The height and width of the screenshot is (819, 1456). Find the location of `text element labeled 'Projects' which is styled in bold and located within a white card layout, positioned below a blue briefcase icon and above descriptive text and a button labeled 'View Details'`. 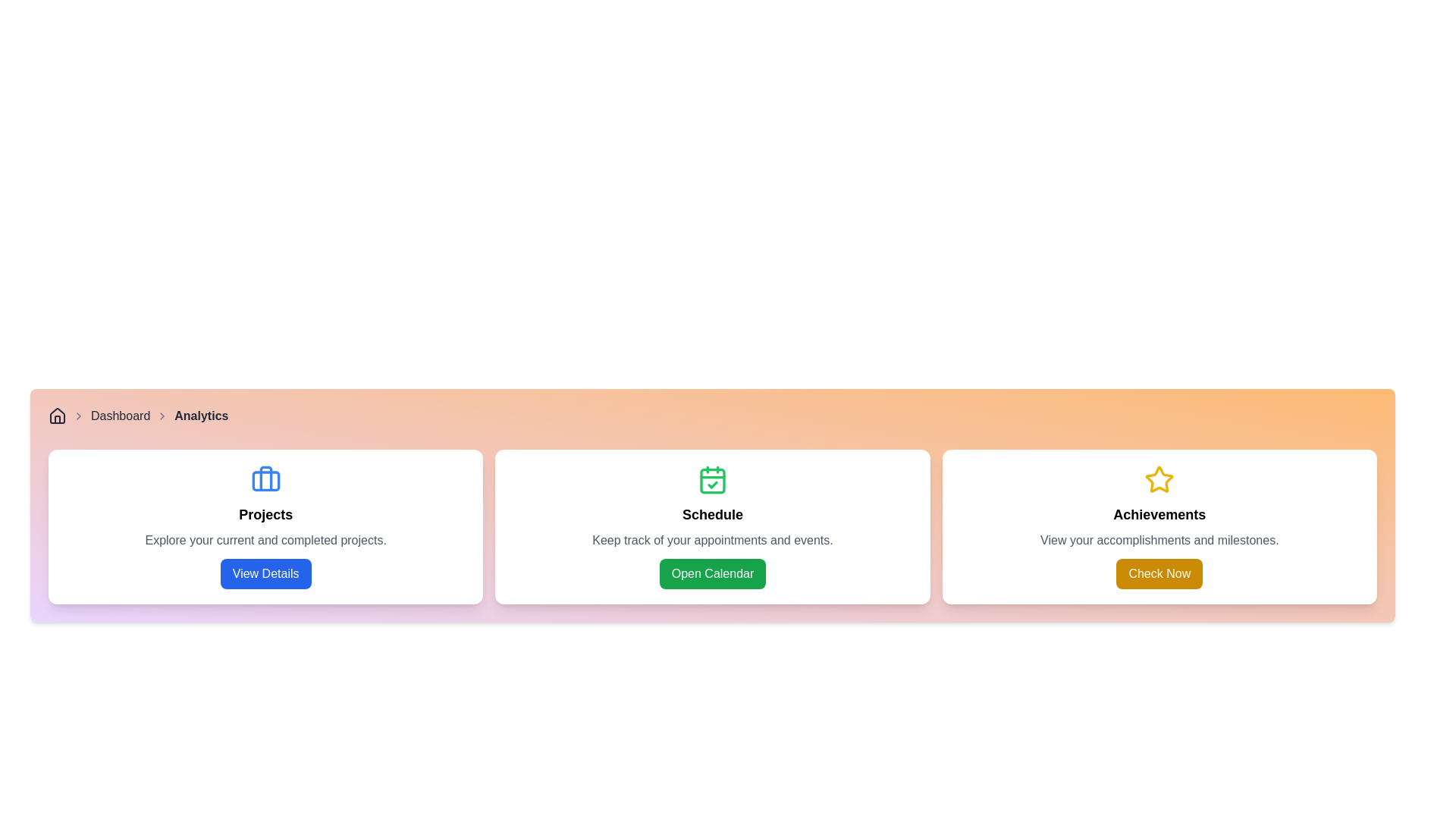

text element labeled 'Projects' which is styled in bold and located within a white card layout, positioned below a blue briefcase icon and above descriptive text and a button labeled 'View Details' is located at coordinates (265, 513).